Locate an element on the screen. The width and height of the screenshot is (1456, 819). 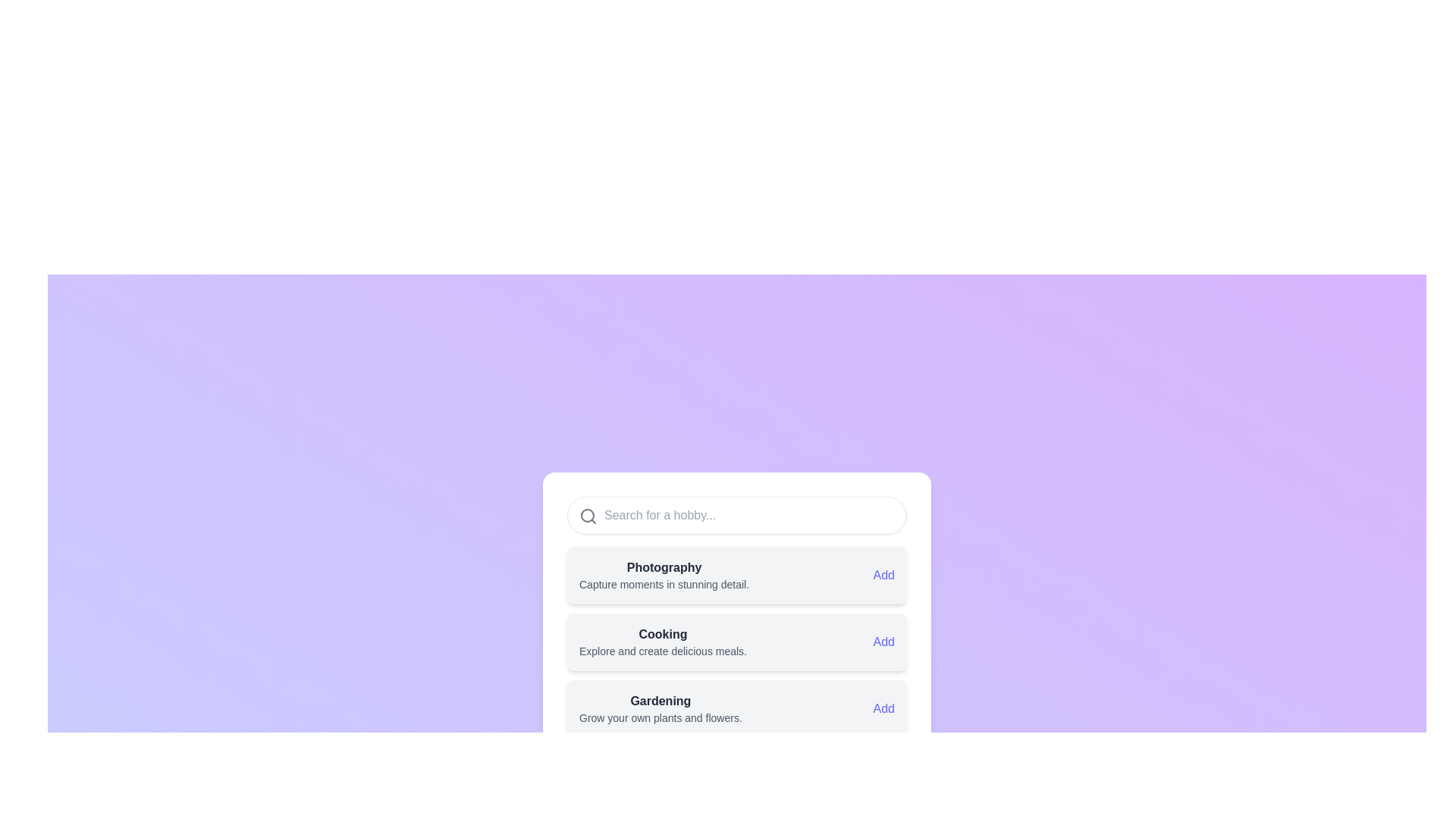
the Gardening hobby card, which is the third card in a vertical list, to change its background color is located at coordinates (736, 708).